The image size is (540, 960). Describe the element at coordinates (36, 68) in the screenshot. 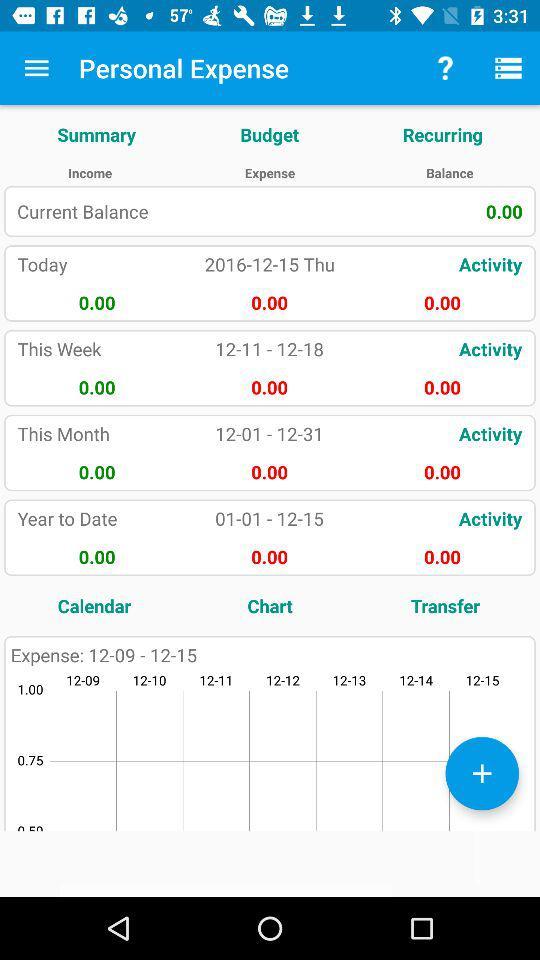

I see `item next to personal expense` at that location.